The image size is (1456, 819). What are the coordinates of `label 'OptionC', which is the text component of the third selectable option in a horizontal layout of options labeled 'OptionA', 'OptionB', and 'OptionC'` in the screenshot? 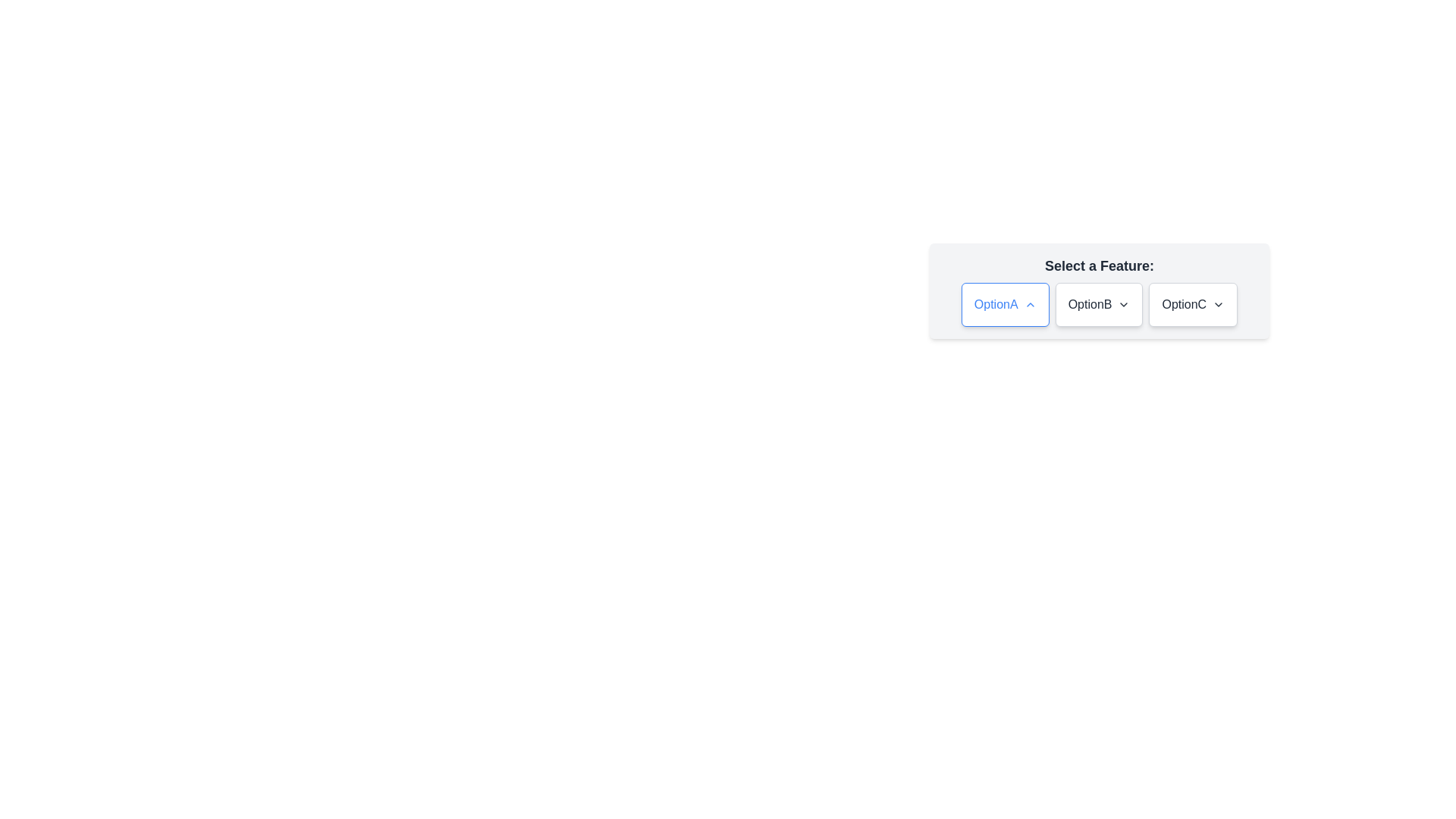 It's located at (1183, 304).